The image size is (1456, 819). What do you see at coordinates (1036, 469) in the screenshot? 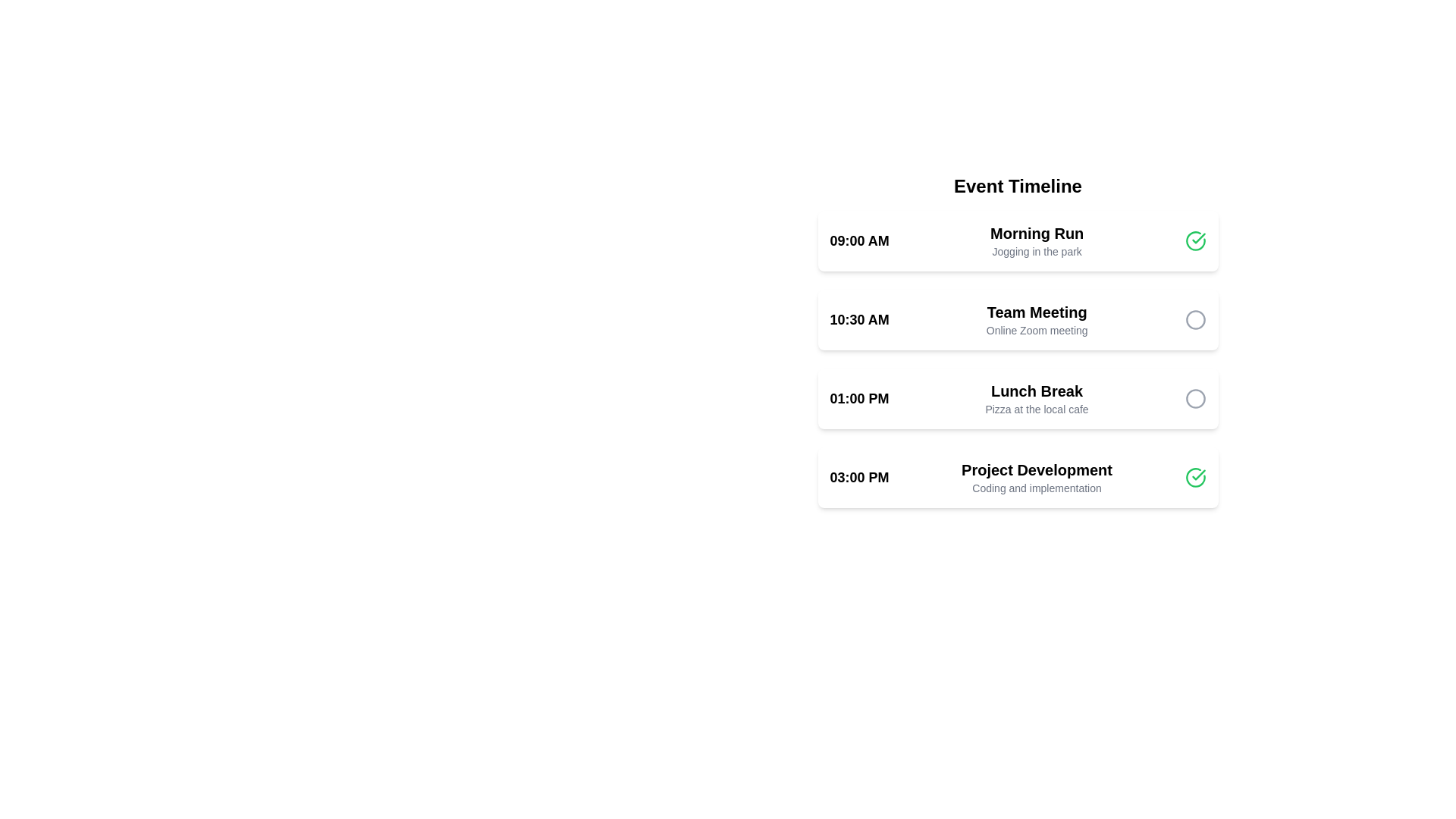
I see `the header text component 'Project Development' located in the fourth item of the vertical timeline at '03:00 PM'` at bounding box center [1036, 469].